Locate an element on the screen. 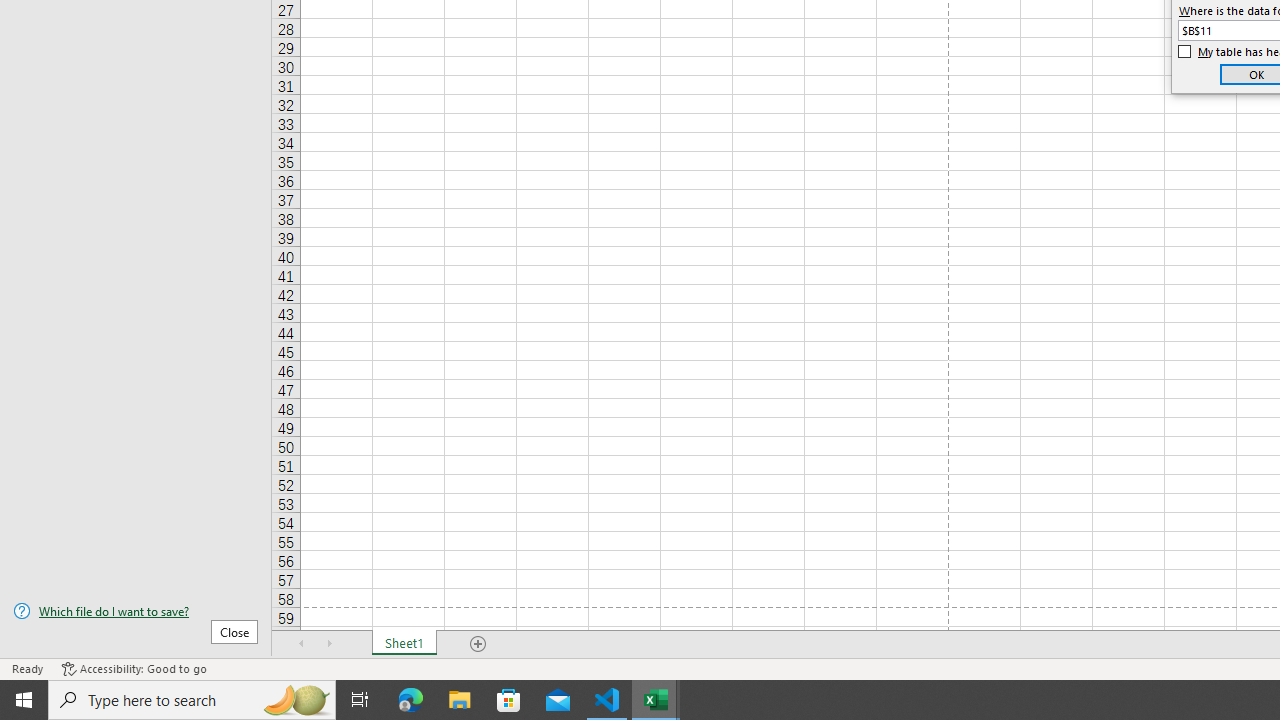 The image size is (1280, 720). 'Which file do I want to save?' is located at coordinates (135, 610).